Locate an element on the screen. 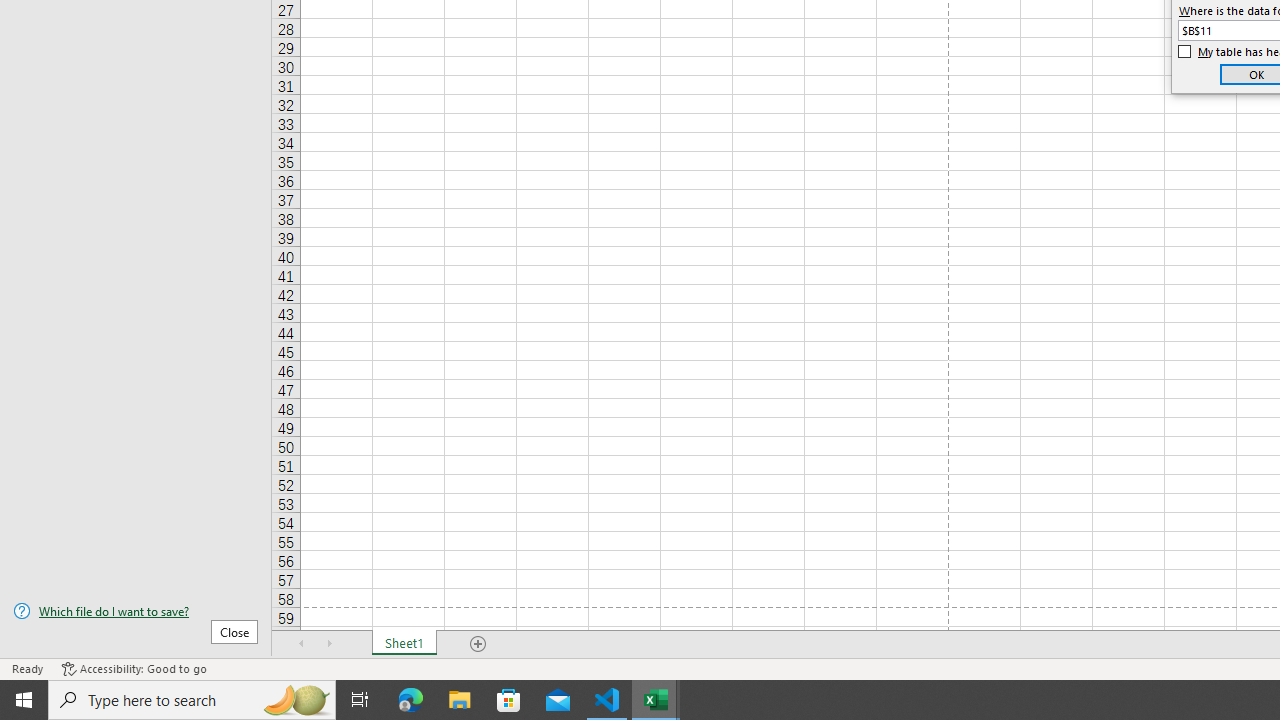 The image size is (1280, 720). 'Which file do I want to save?' is located at coordinates (135, 610).